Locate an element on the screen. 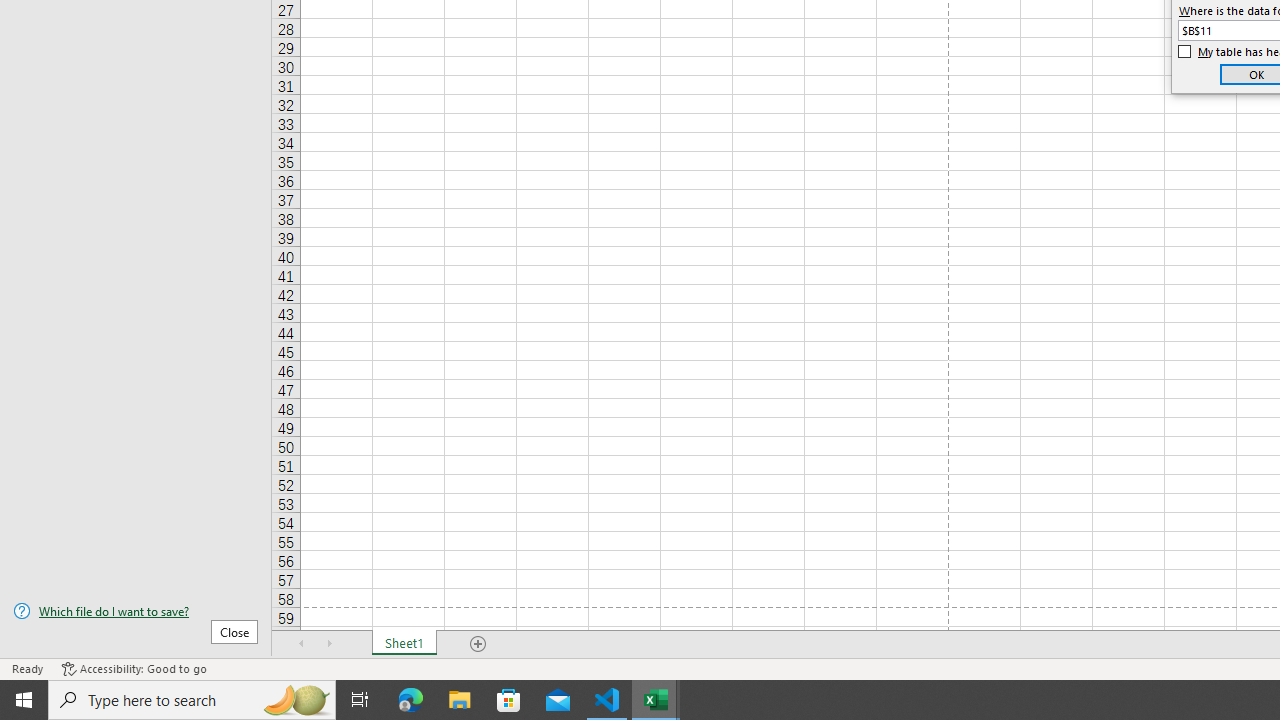 The image size is (1280, 720). 'Which file do I want to save?' is located at coordinates (135, 610).